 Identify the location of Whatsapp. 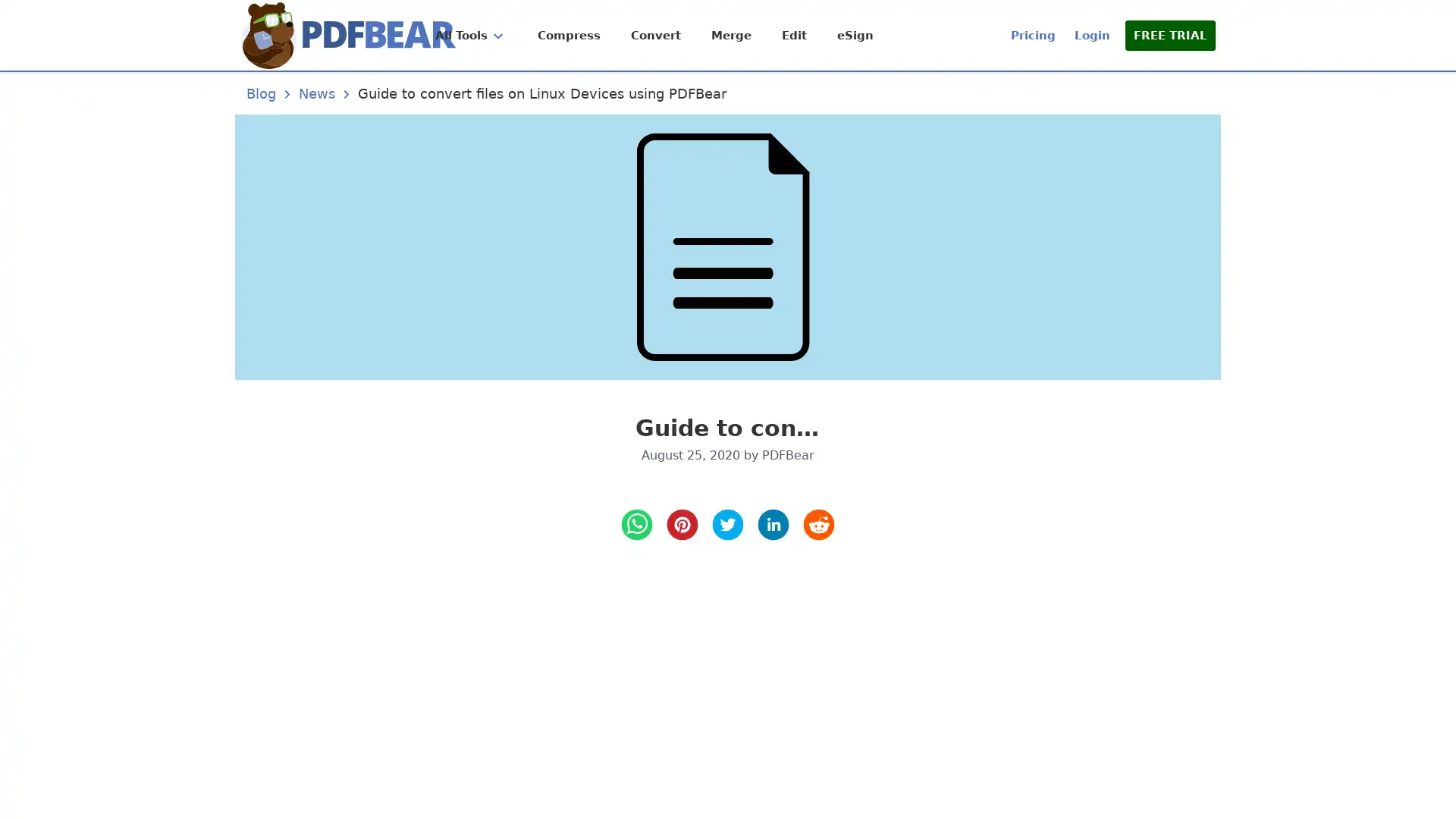
(637, 523).